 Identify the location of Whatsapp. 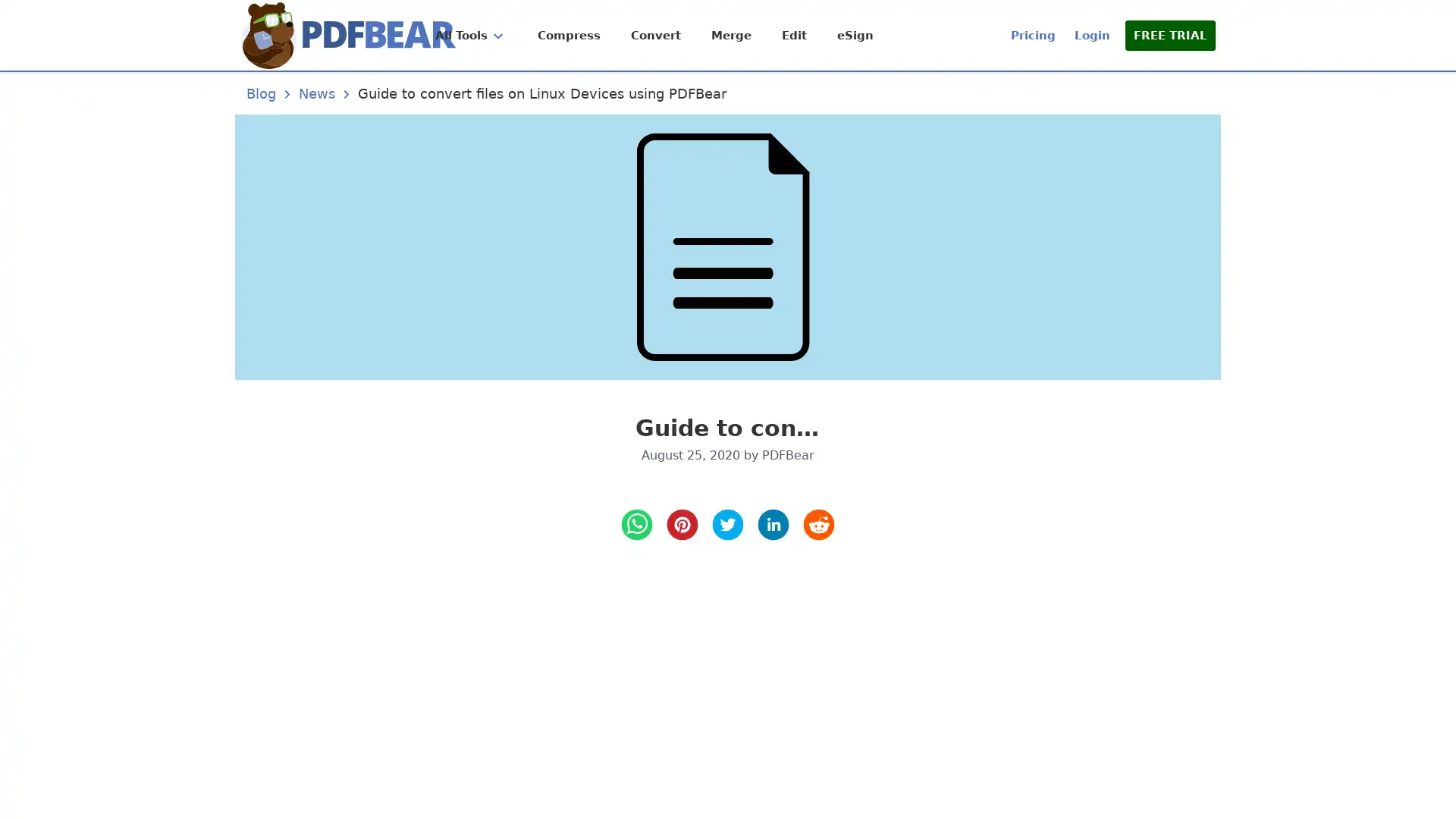
(637, 523).